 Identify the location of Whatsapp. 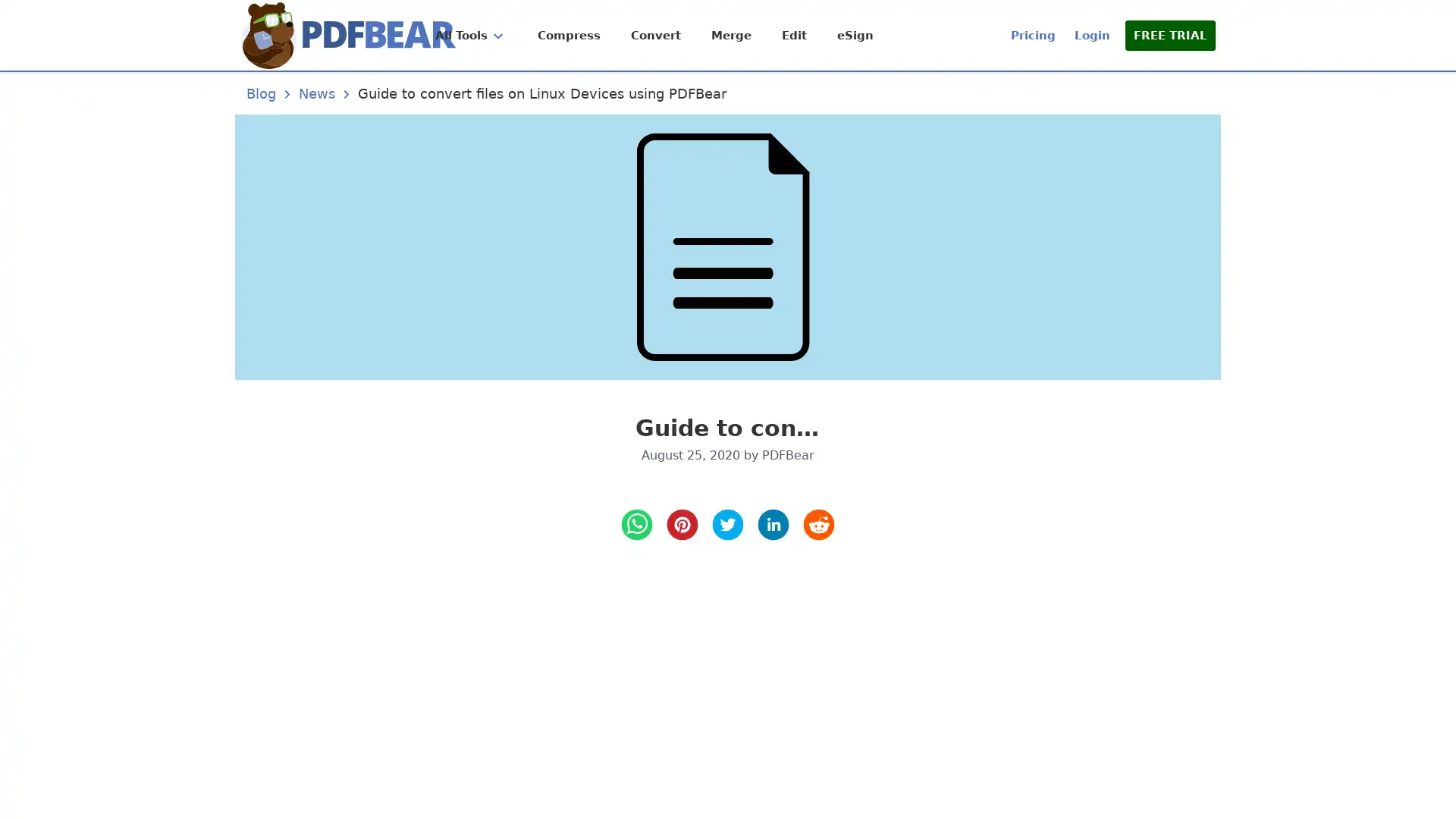
(637, 523).